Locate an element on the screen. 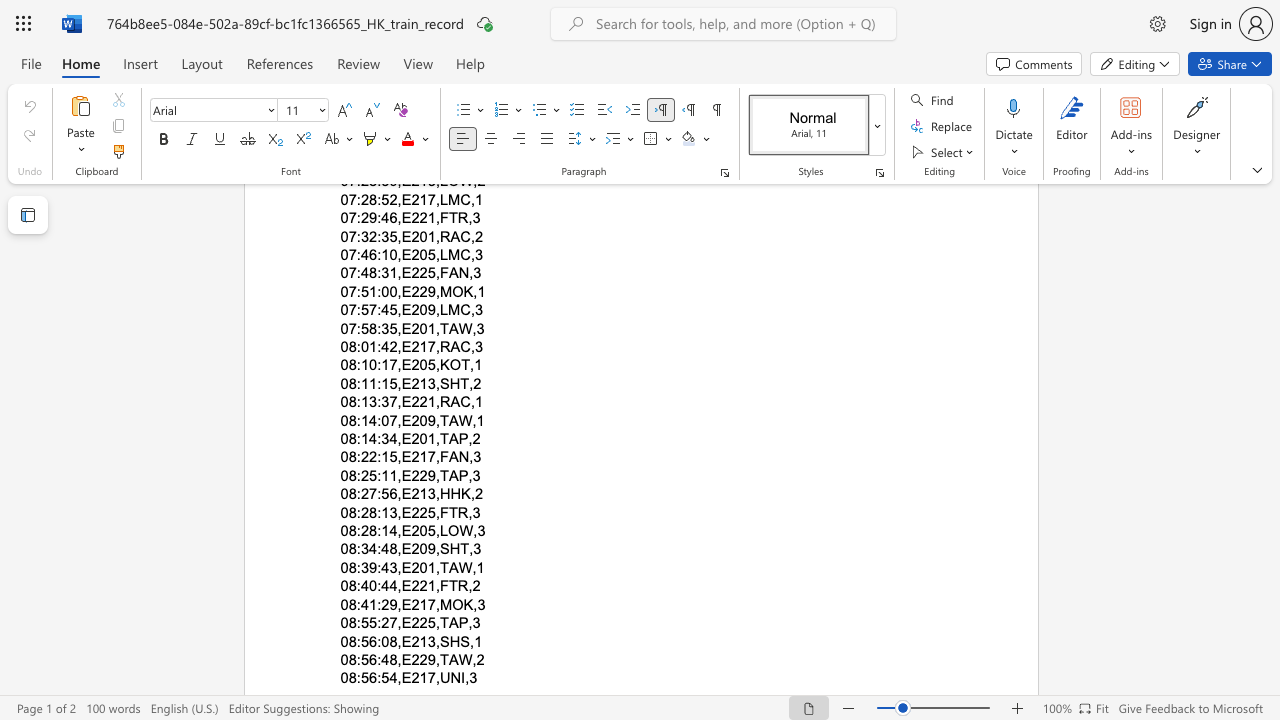  the subset text "25,FTR,3" within the text "08:28:13,E225,FTR,3" is located at coordinates (418, 511).